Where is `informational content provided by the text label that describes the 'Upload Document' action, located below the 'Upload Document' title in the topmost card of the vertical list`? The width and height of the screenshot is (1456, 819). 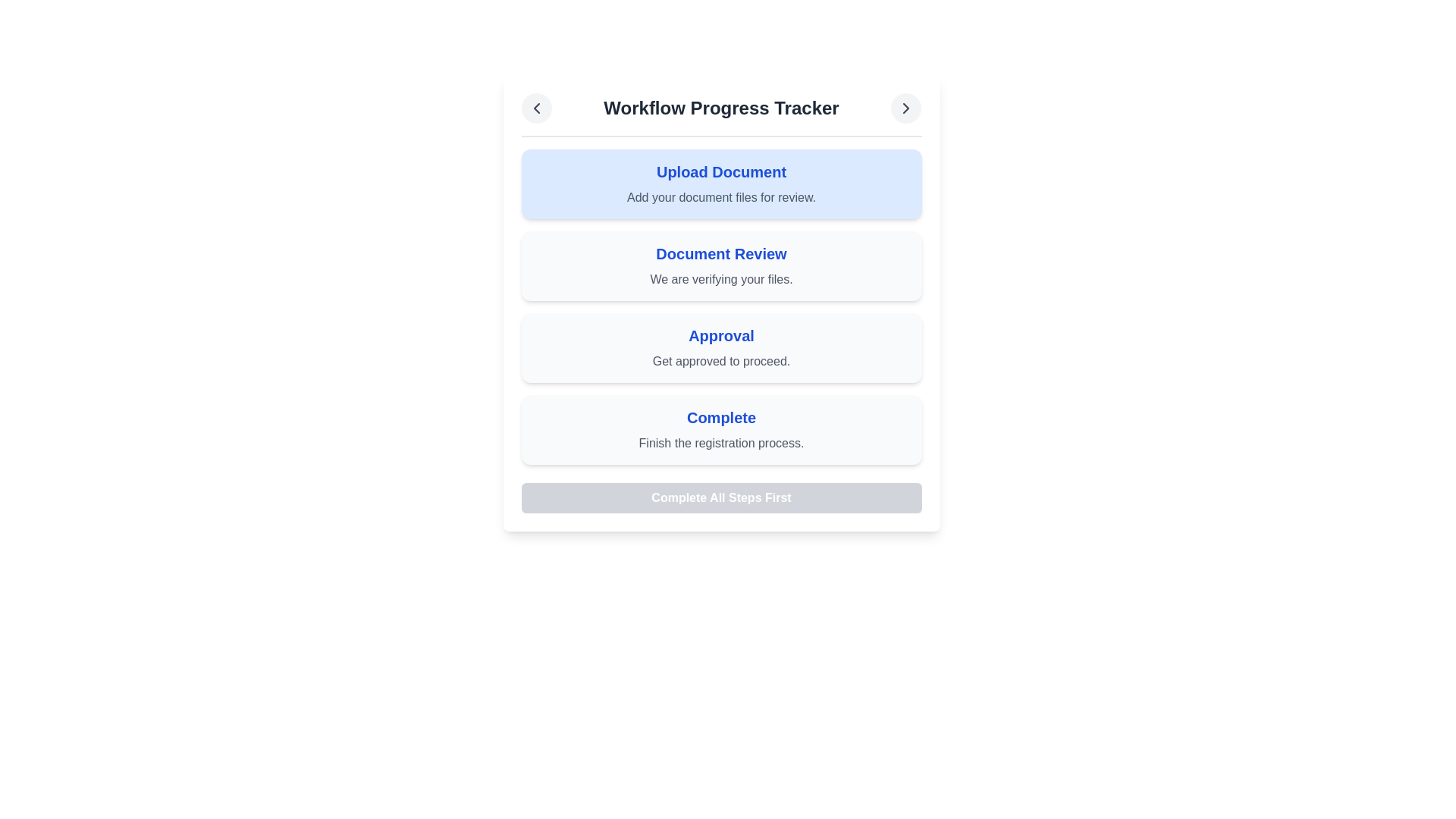
informational content provided by the text label that describes the 'Upload Document' action, located below the 'Upload Document' title in the topmost card of the vertical list is located at coordinates (720, 197).